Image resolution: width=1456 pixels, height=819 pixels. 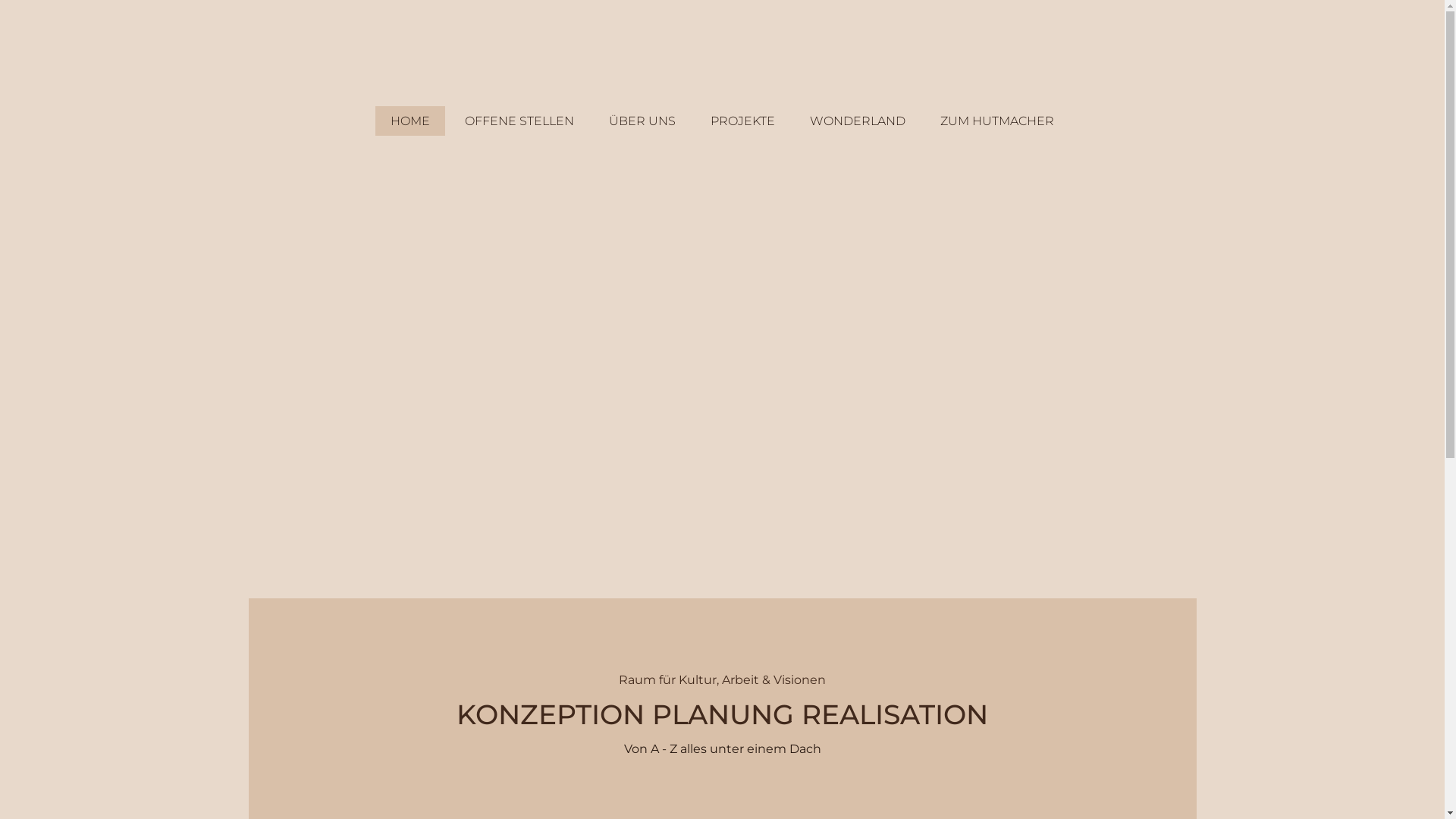 I want to click on 'PROJEKTE', so click(x=742, y=120).